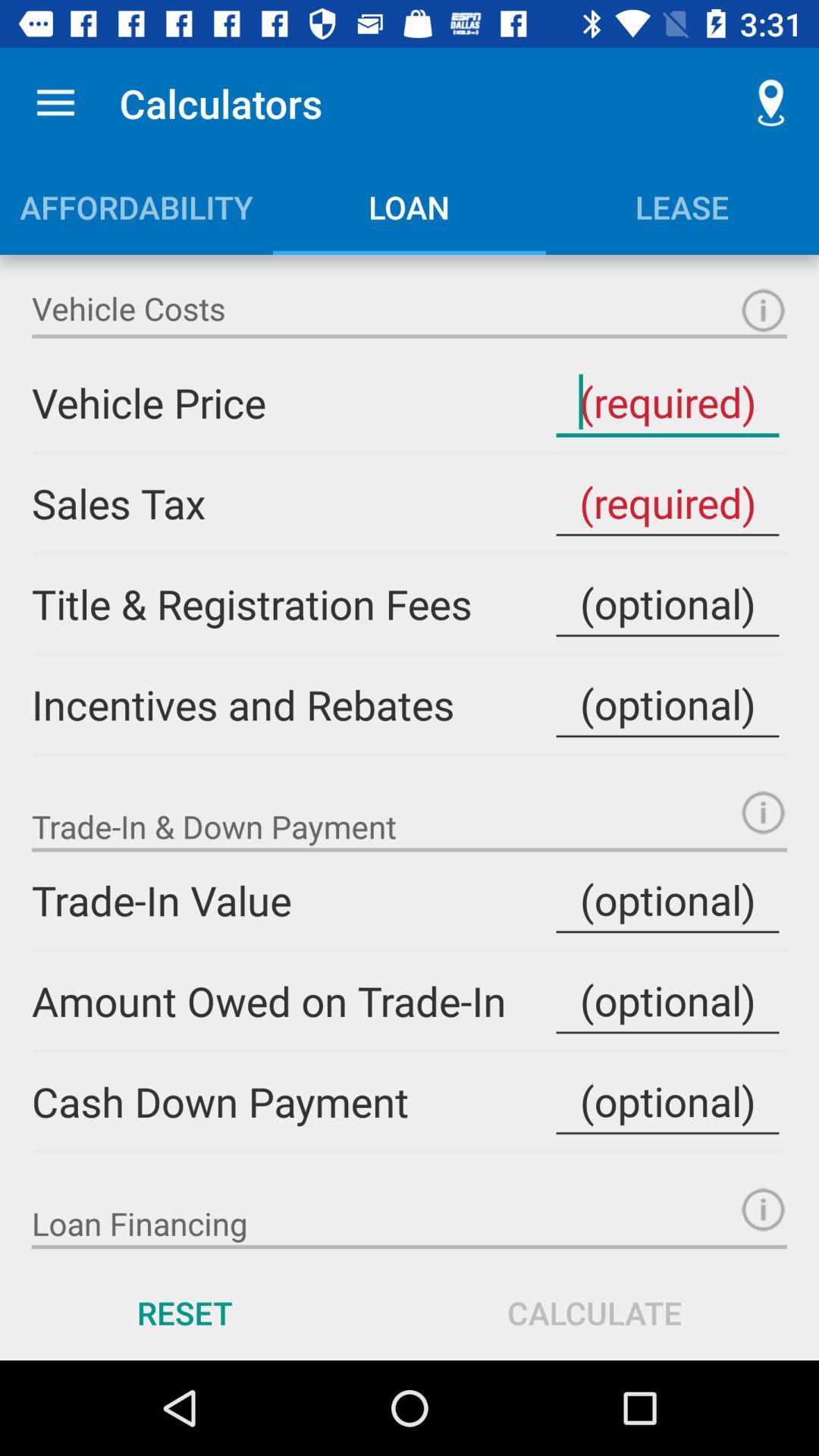 This screenshot has height=1456, width=819. What do you see at coordinates (667, 503) in the screenshot?
I see `sales tax` at bounding box center [667, 503].